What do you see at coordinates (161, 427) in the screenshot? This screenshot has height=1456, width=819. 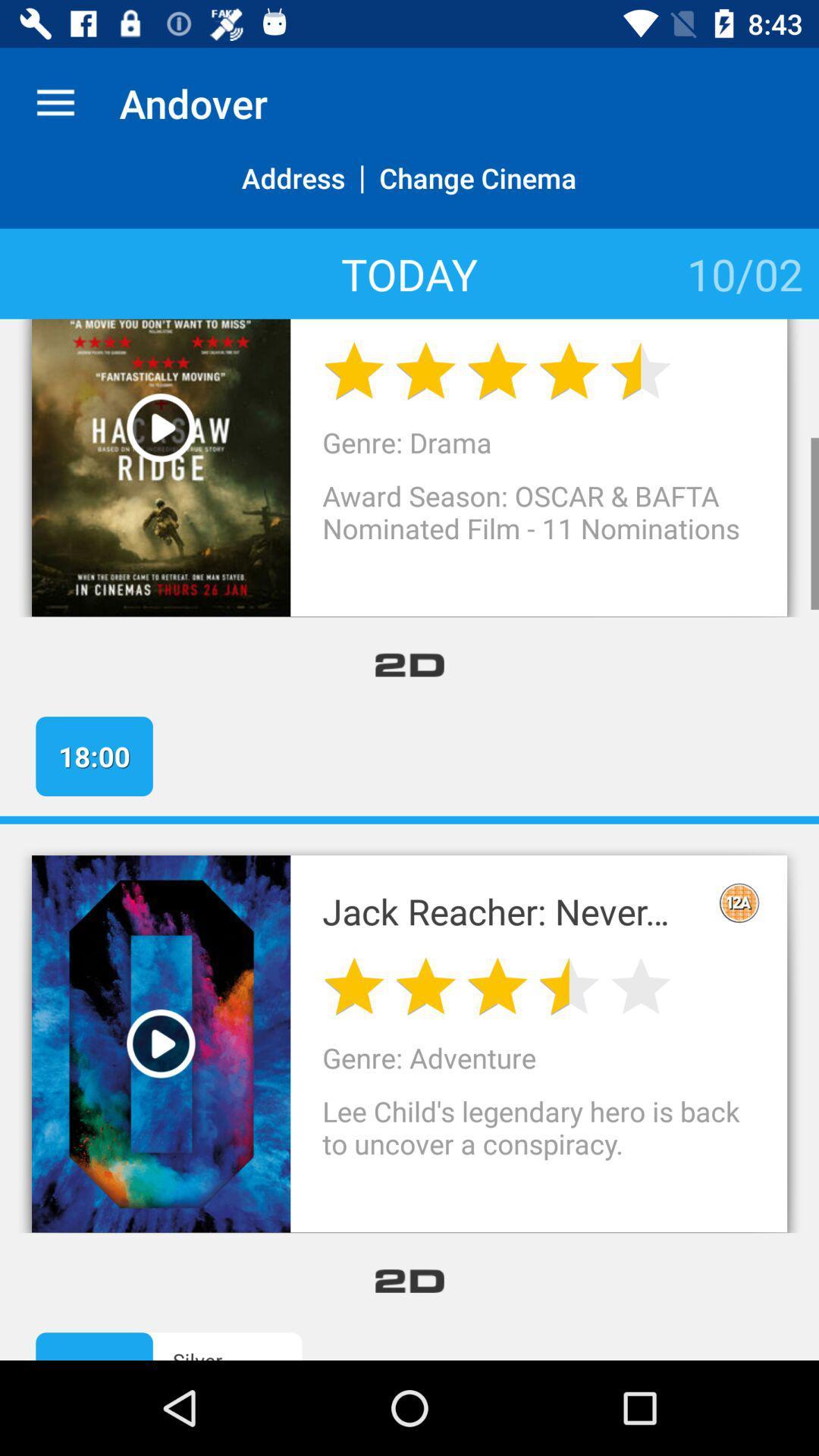 I see `play` at bounding box center [161, 427].